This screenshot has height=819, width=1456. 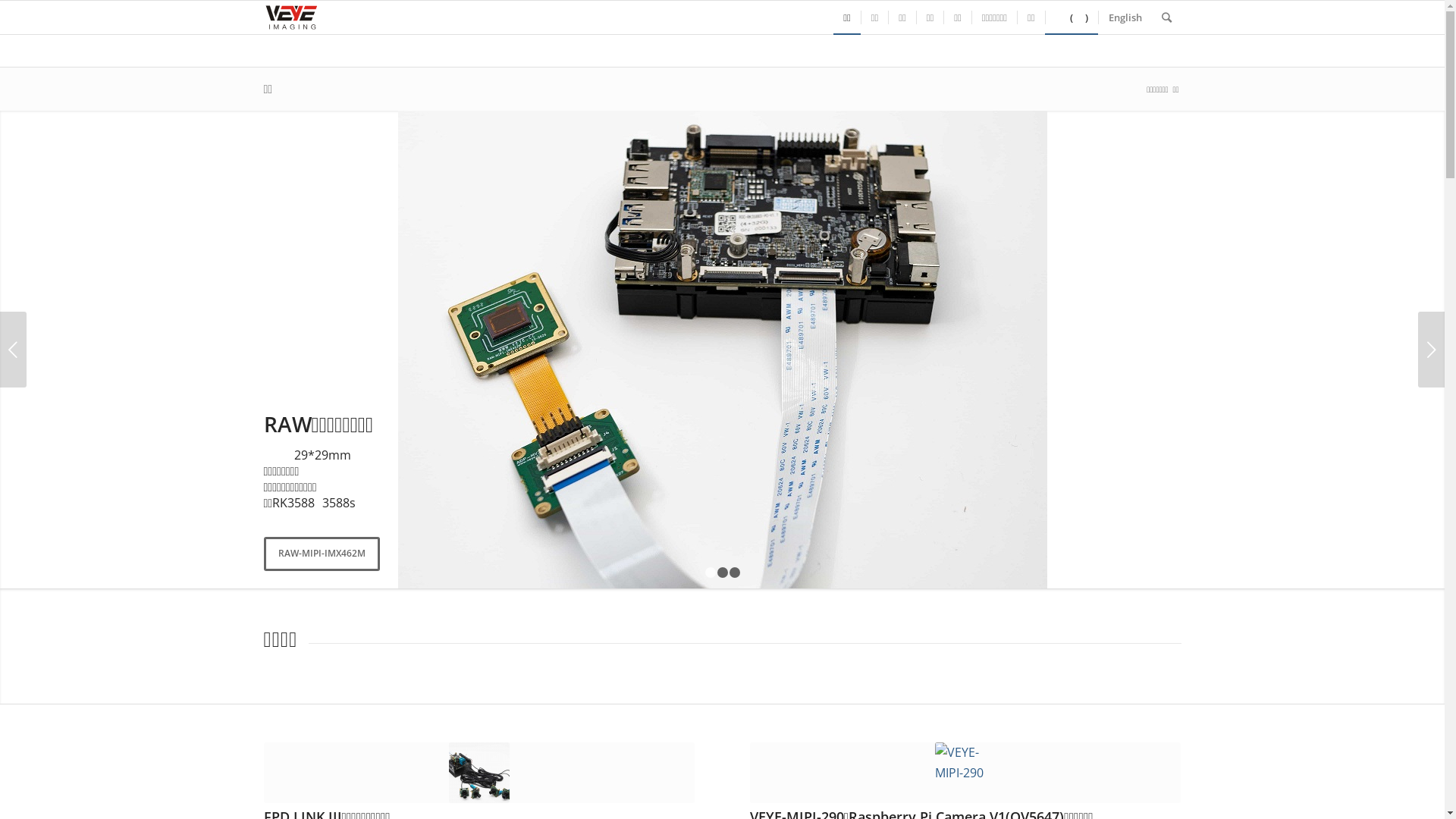 What do you see at coordinates (722, 573) in the screenshot?
I see `'2'` at bounding box center [722, 573].